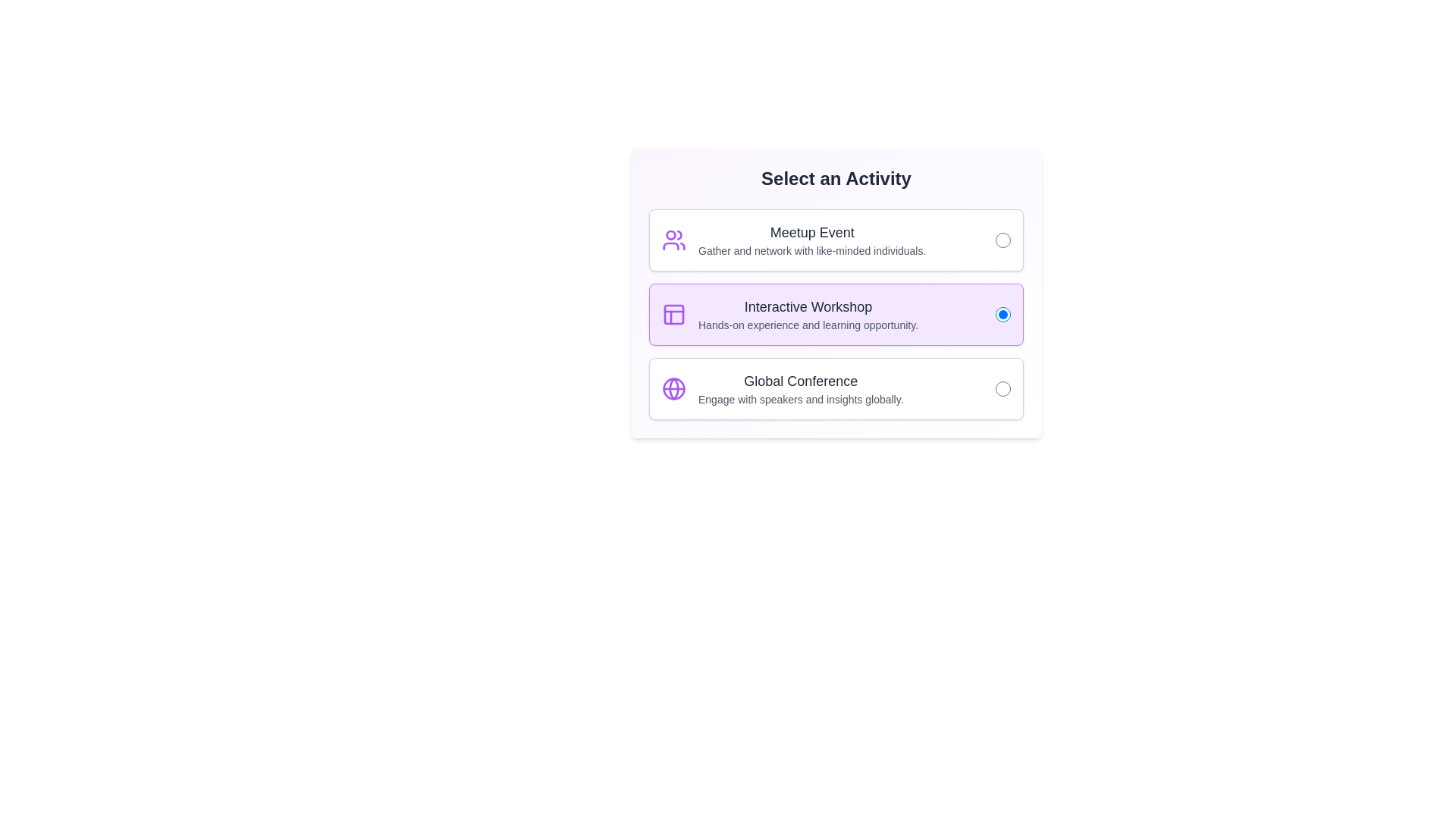  I want to click on the text label displaying 'Global Conference', which is located in the third selectable section of the 'Select an Activity' interface, above the descriptive text 'Engage with speakers and insights globally', so click(800, 380).